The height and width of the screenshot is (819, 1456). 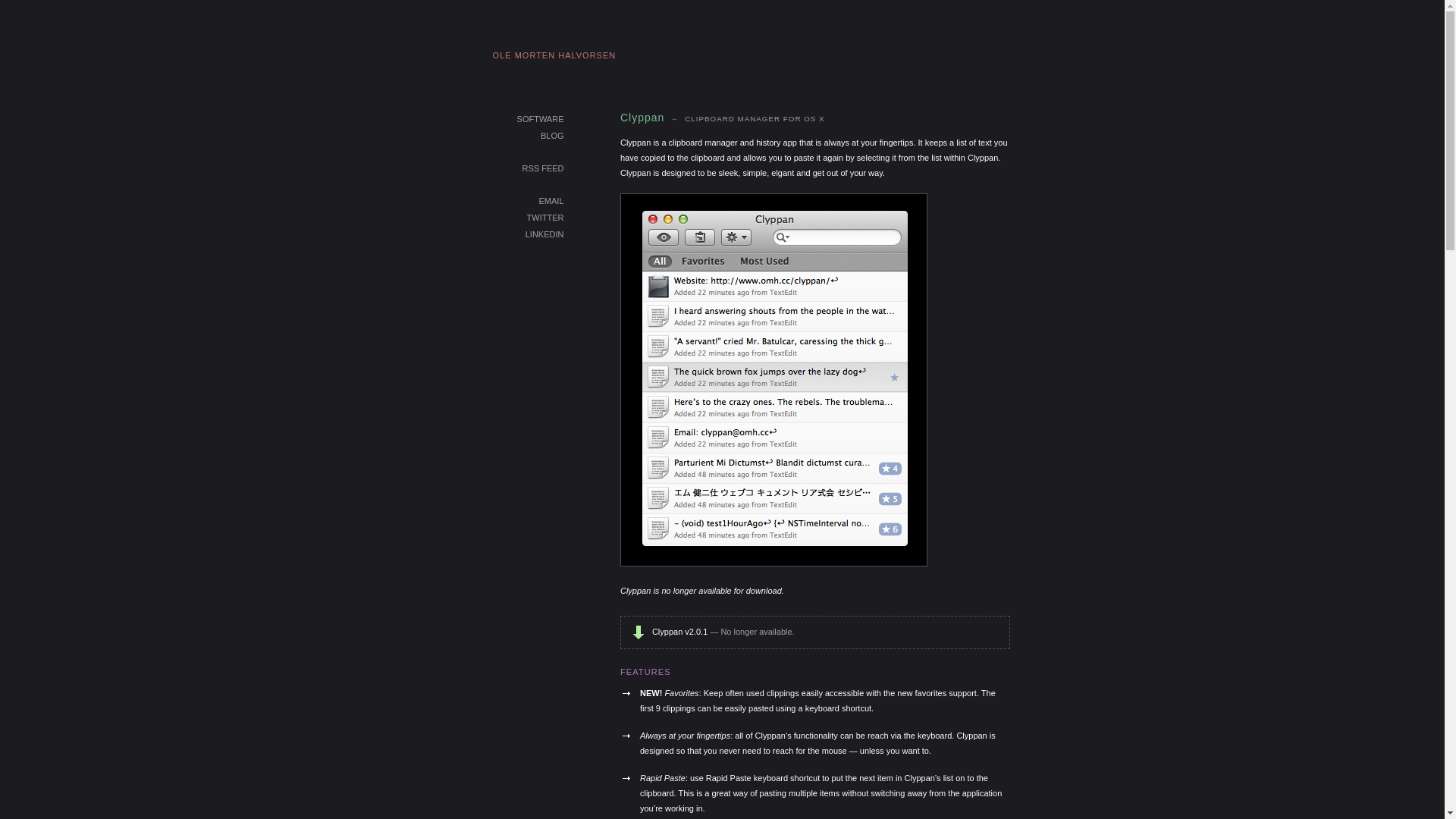 What do you see at coordinates (550, 201) in the screenshot?
I see `'EMAIL'` at bounding box center [550, 201].